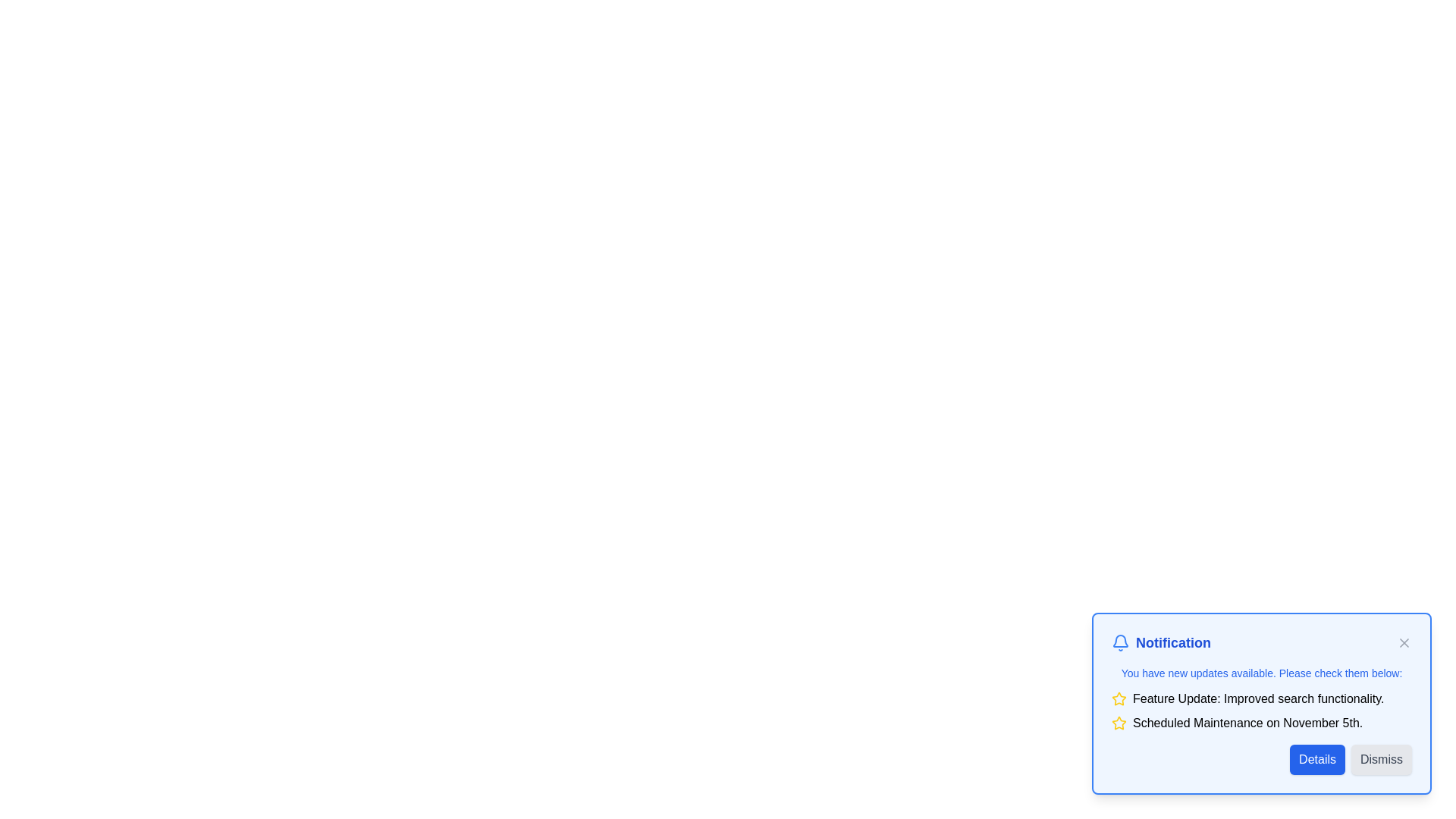 Image resolution: width=1456 pixels, height=819 pixels. Describe the element at coordinates (1316, 760) in the screenshot. I see `'Details' button to view more information` at that location.